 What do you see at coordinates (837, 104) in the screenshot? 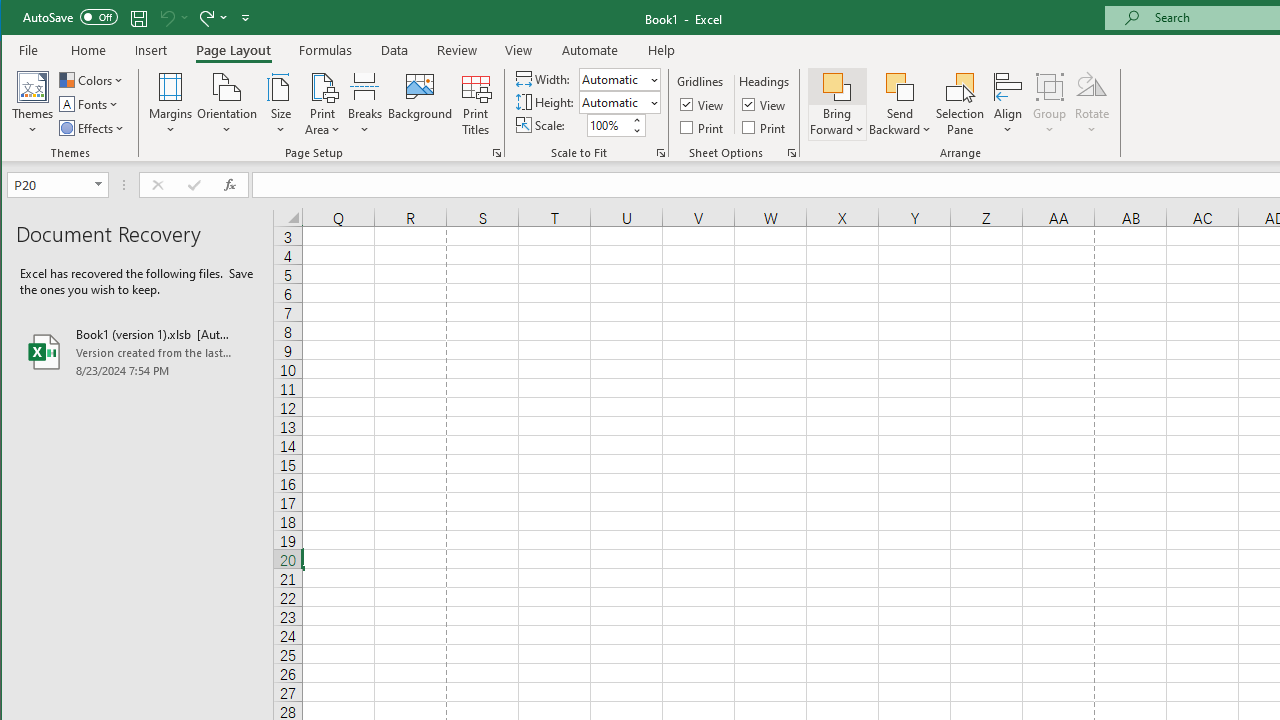
I see `'Bring Forward'` at bounding box center [837, 104].